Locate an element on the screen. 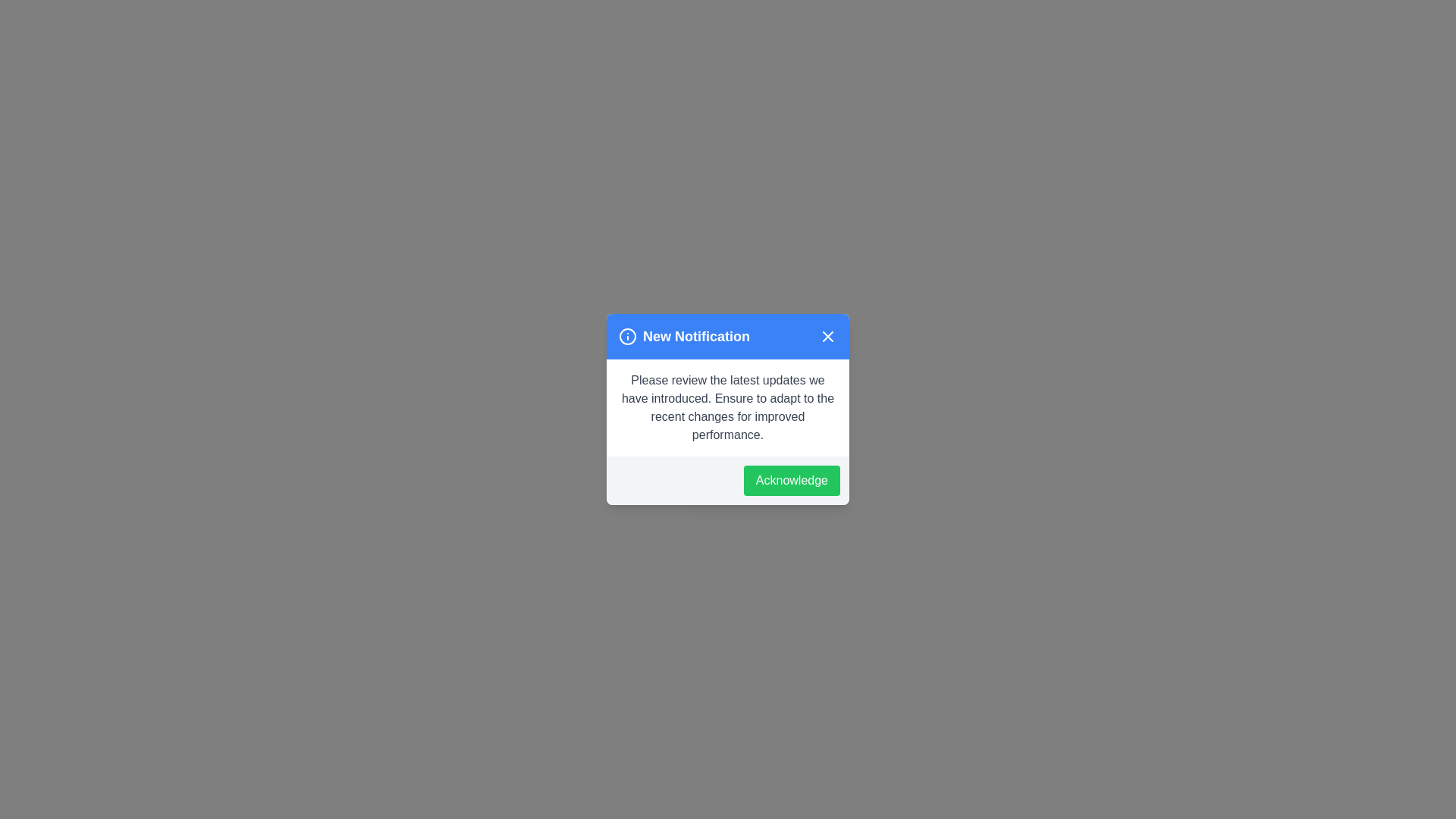  the title bar of the notification modal to focus on it is located at coordinates (728, 335).